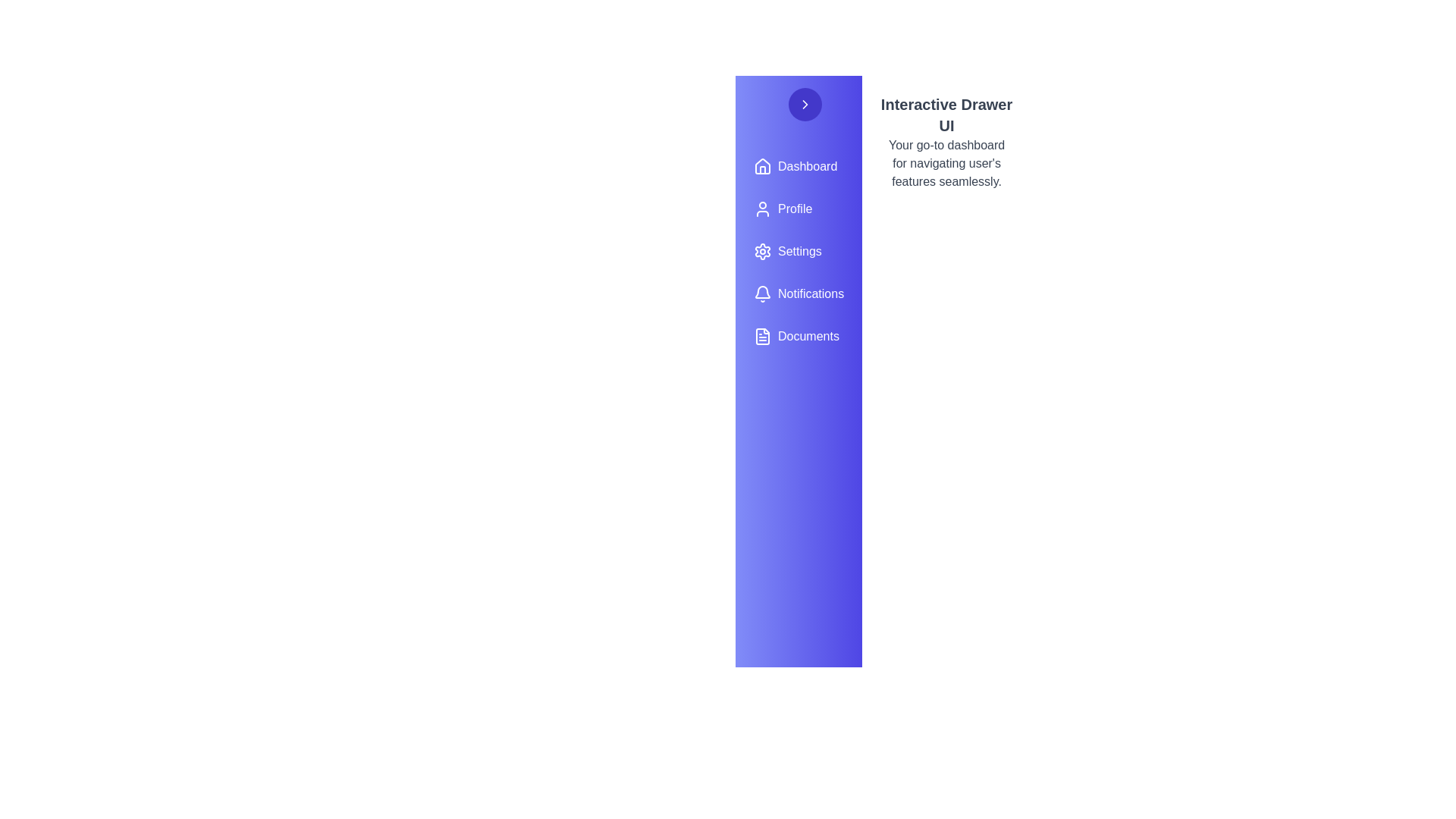 The height and width of the screenshot is (819, 1456). I want to click on the menu item labeled Settings, so click(798, 250).